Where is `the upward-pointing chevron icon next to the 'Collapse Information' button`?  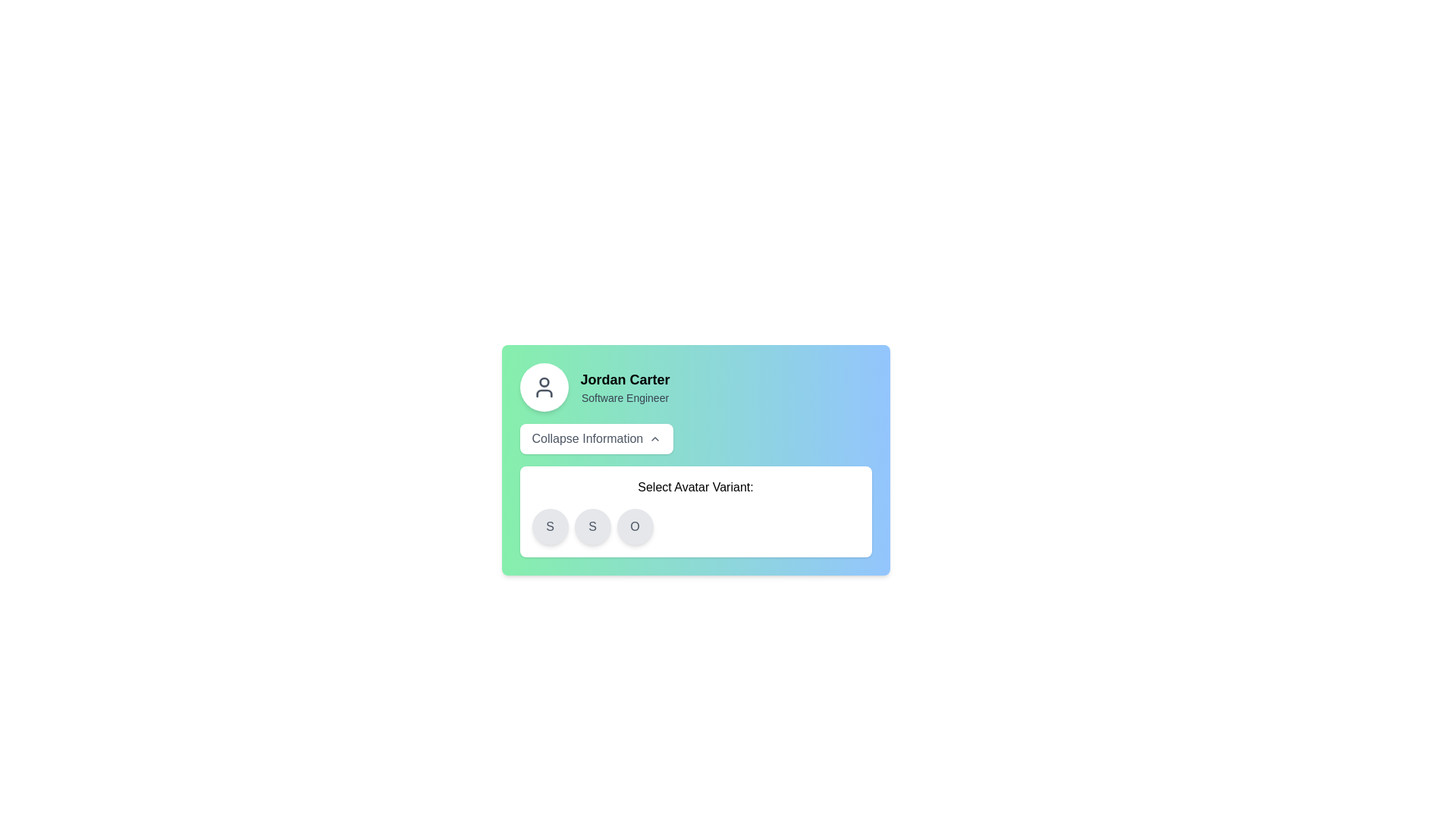
the upward-pointing chevron icon next to the 'Collapse Information' button is located at coordinates (655, 438).